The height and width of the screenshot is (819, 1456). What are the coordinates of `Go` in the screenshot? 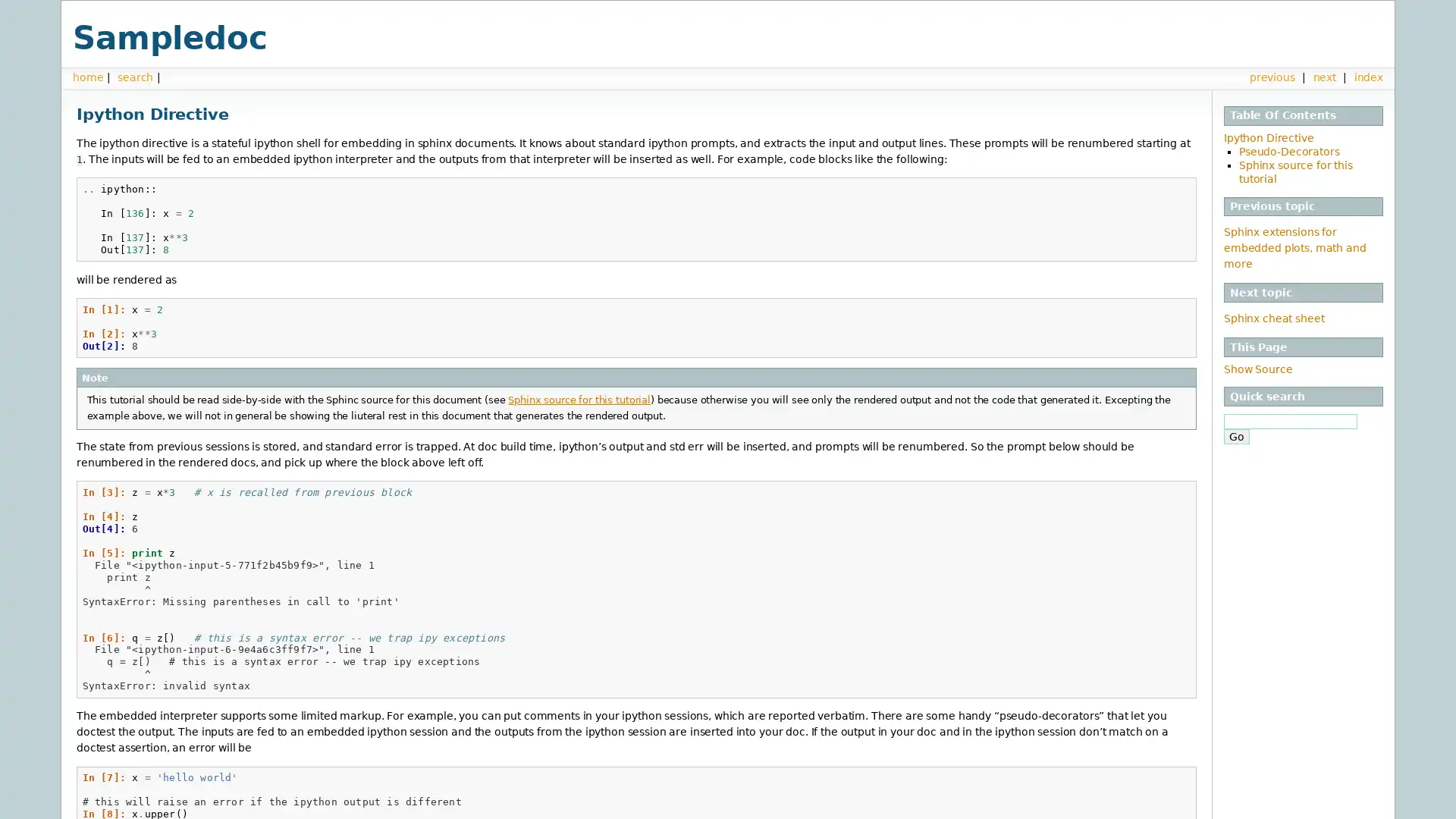 It's located at (1237, 436).